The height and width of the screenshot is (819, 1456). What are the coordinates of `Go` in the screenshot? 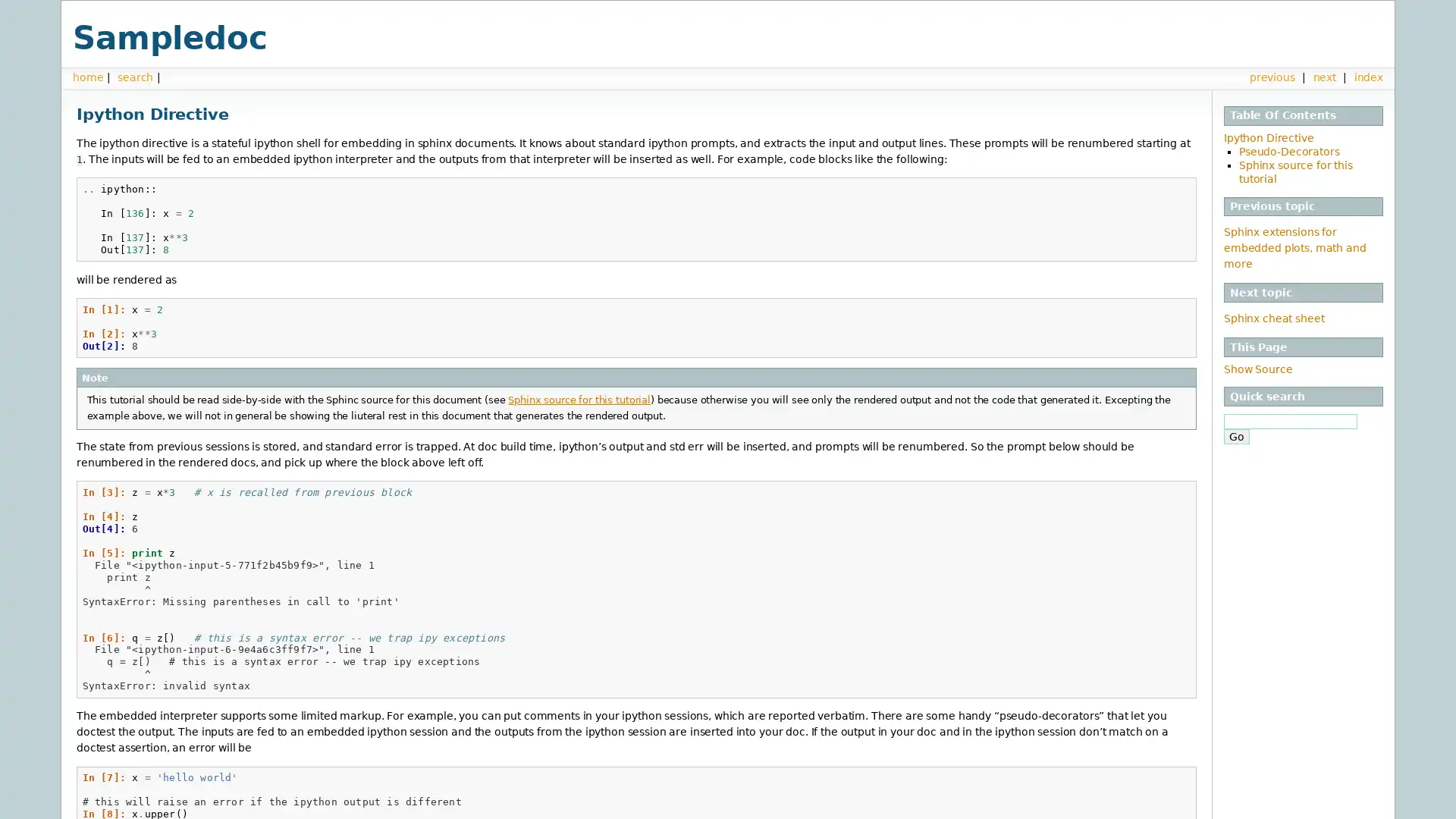 It's located at (1237, 436).